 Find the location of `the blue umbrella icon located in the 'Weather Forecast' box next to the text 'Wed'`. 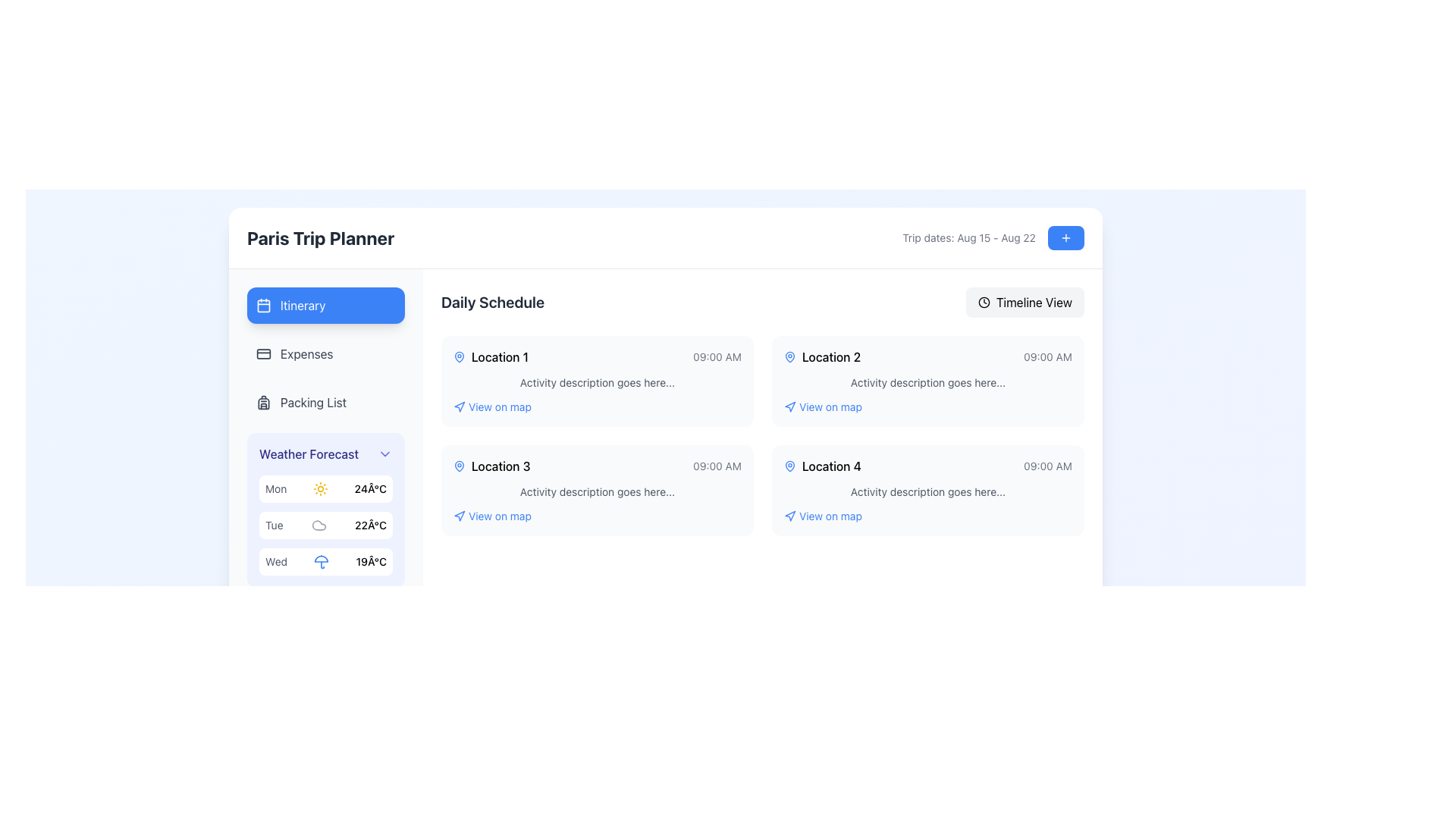

the blue umbrella icon located in the 'Weather Forecast' box next to the text 'Wed' is located at coordinates (321, 561).